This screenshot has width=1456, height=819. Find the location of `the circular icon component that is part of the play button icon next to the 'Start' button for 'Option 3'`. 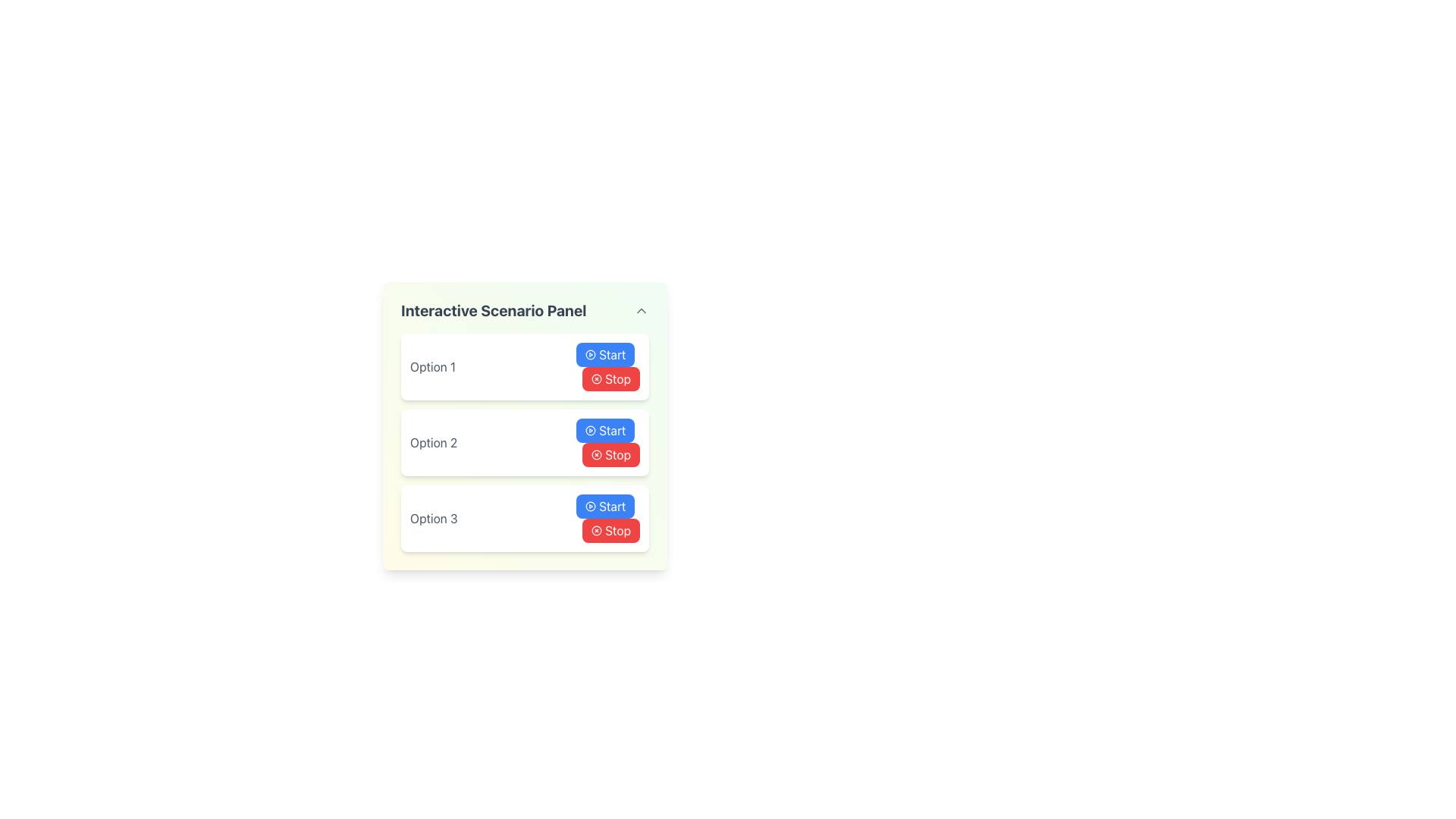

the circular icon component that is part of the play button icon next to the 'Start' button for 'Option 3' is located at coordinates (590, 506).